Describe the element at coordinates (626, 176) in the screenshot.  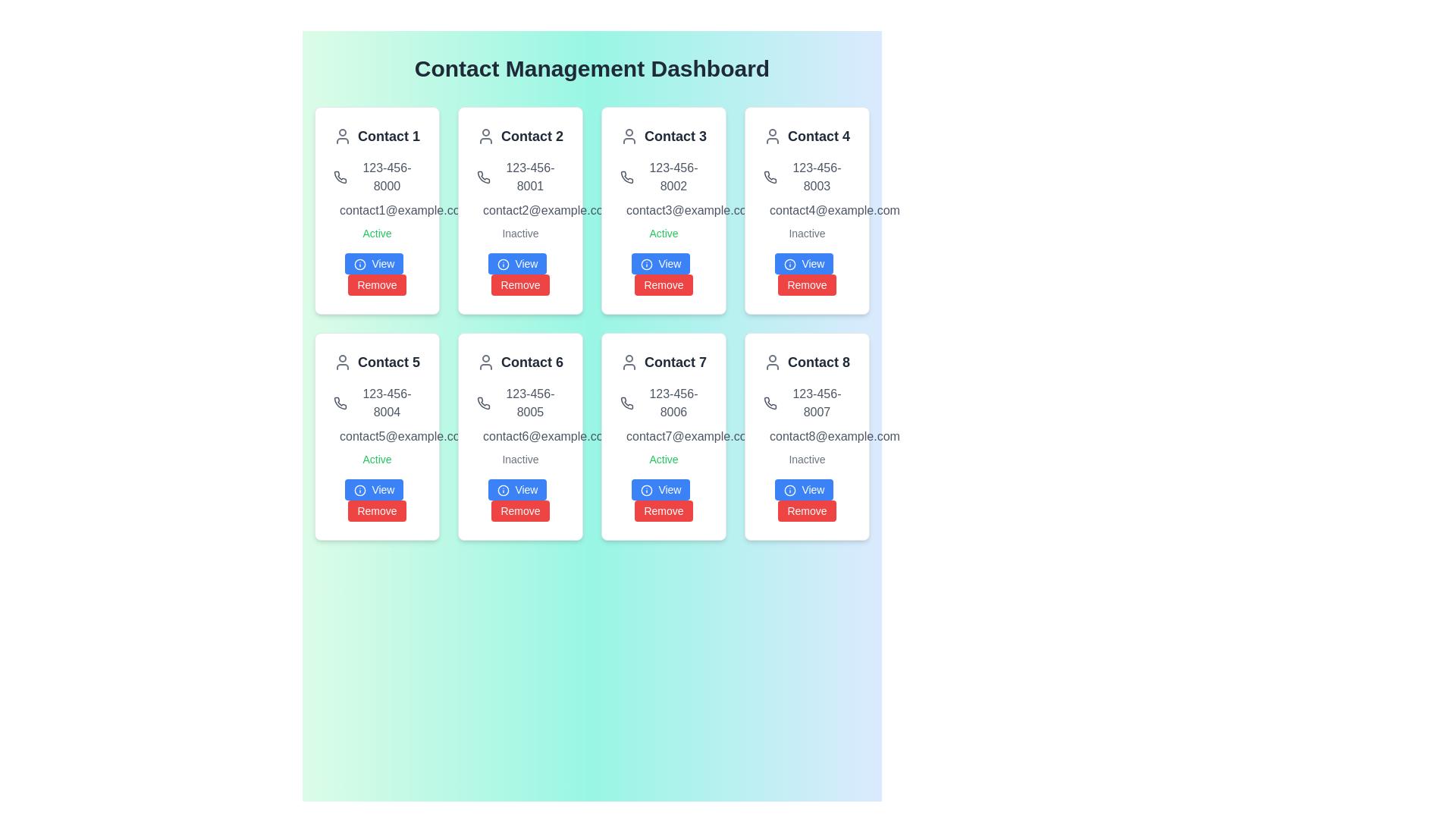
I see `the icon representing the phone contact detail for 'Contact 3', located in the third contact card of the grid layout` at that location.